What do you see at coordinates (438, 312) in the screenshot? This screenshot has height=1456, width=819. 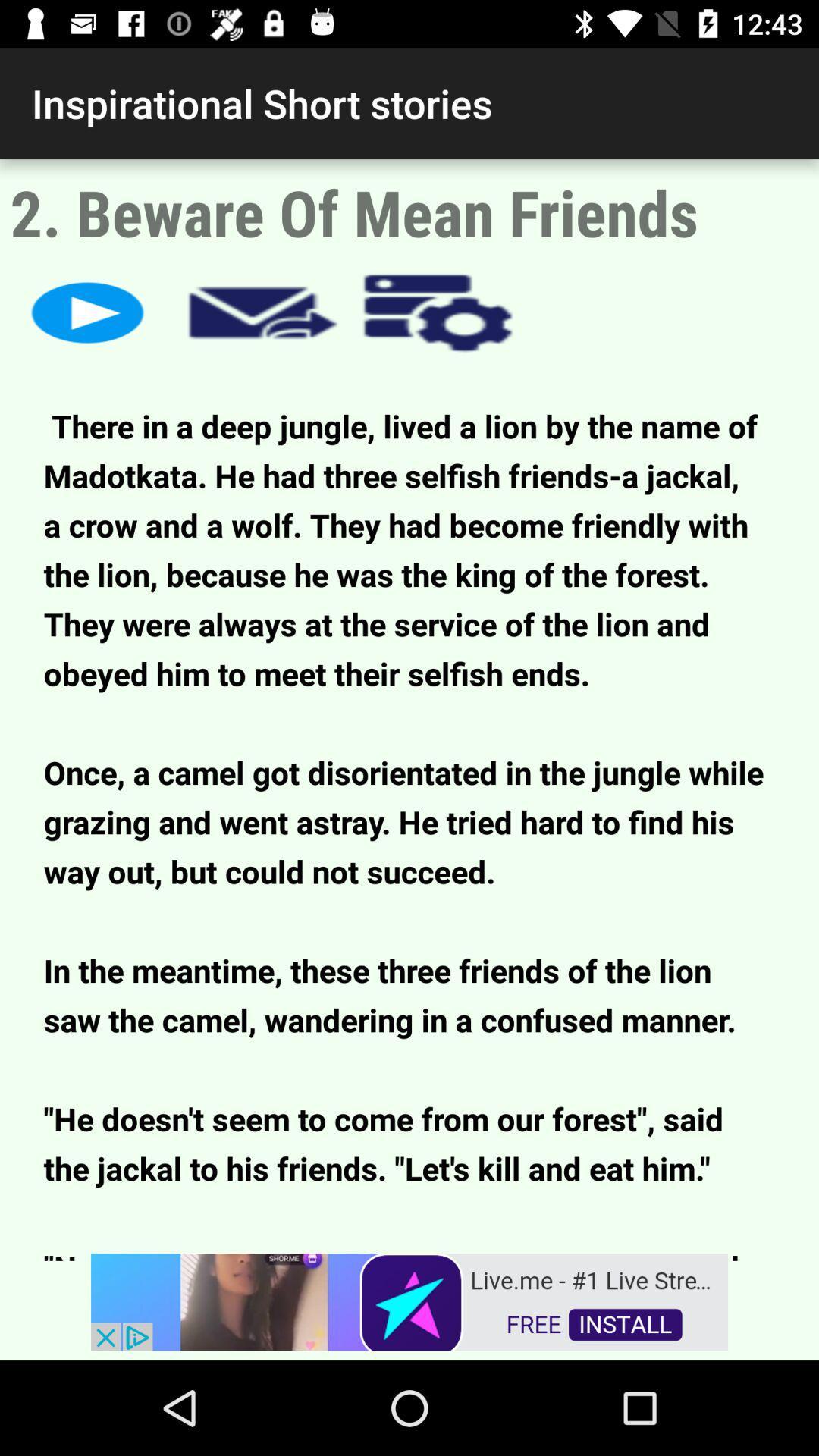 I see `options menu` at bounding box center [438, 312].